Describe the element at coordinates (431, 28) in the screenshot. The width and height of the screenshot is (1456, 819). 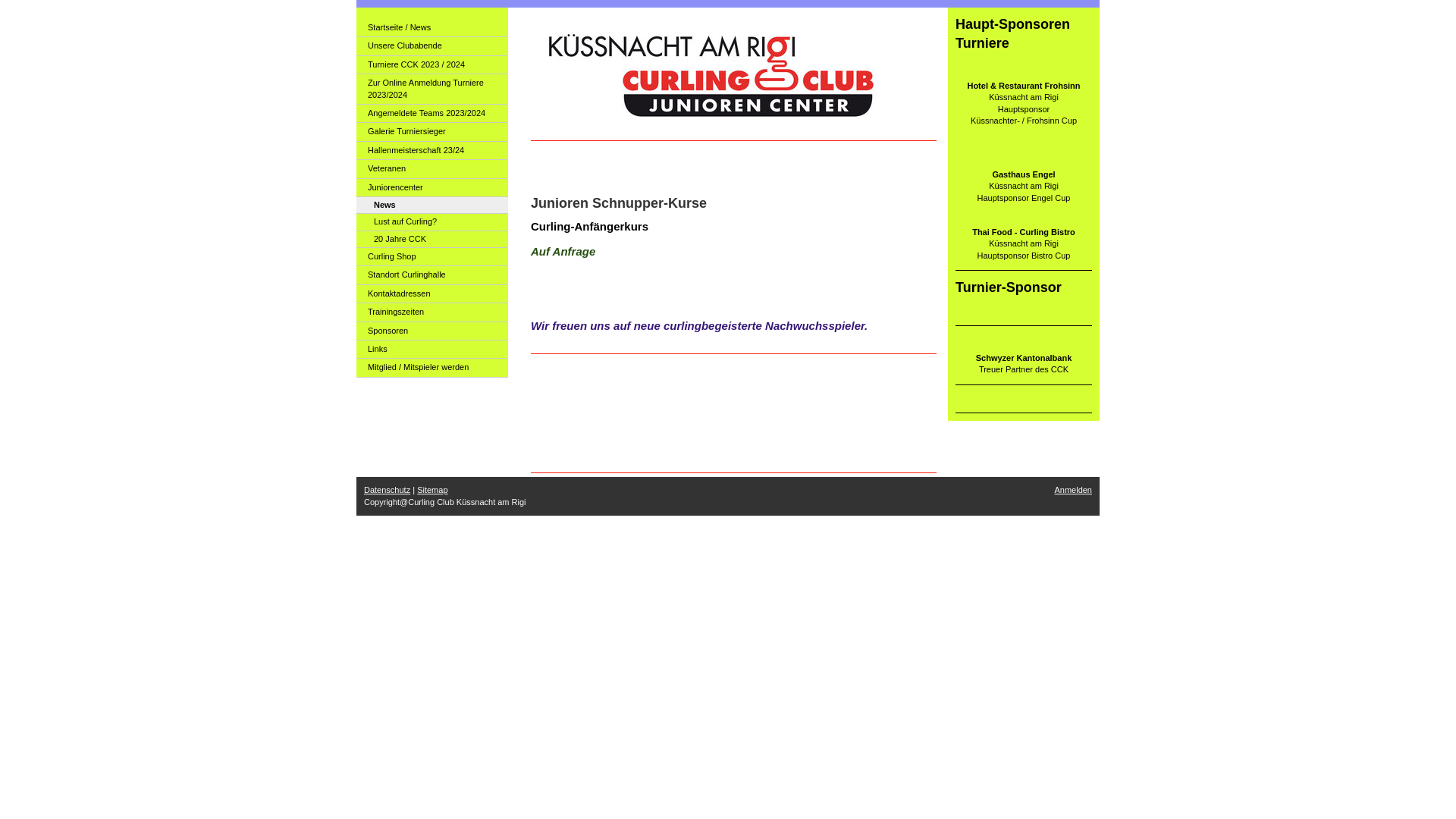
I see `'Startseite / News'` at that location.